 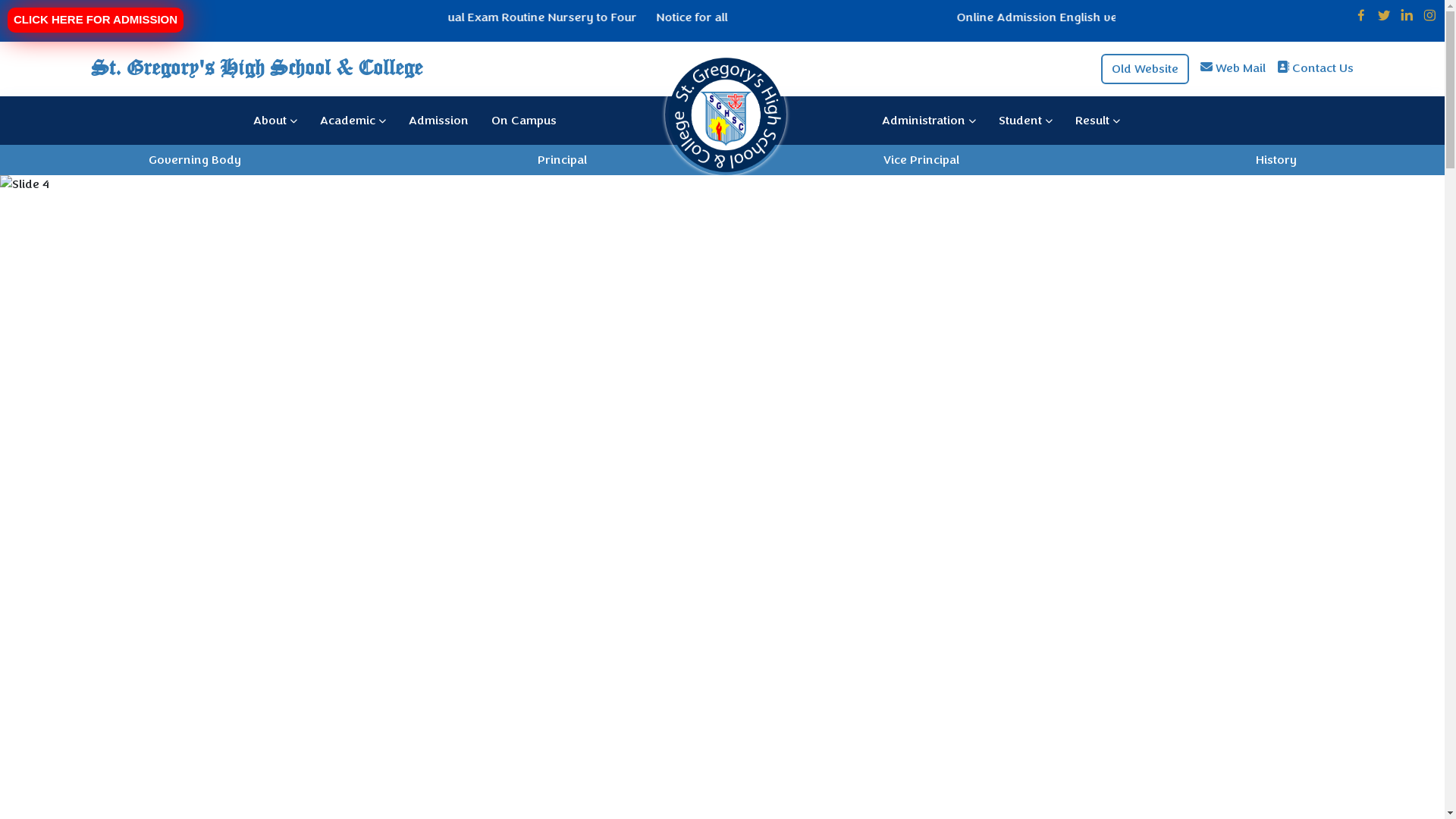 What do you see at coordinates (1216, 67) in the screenshot?
I see `'Web Mail'` at bounding box center [1216, 67].